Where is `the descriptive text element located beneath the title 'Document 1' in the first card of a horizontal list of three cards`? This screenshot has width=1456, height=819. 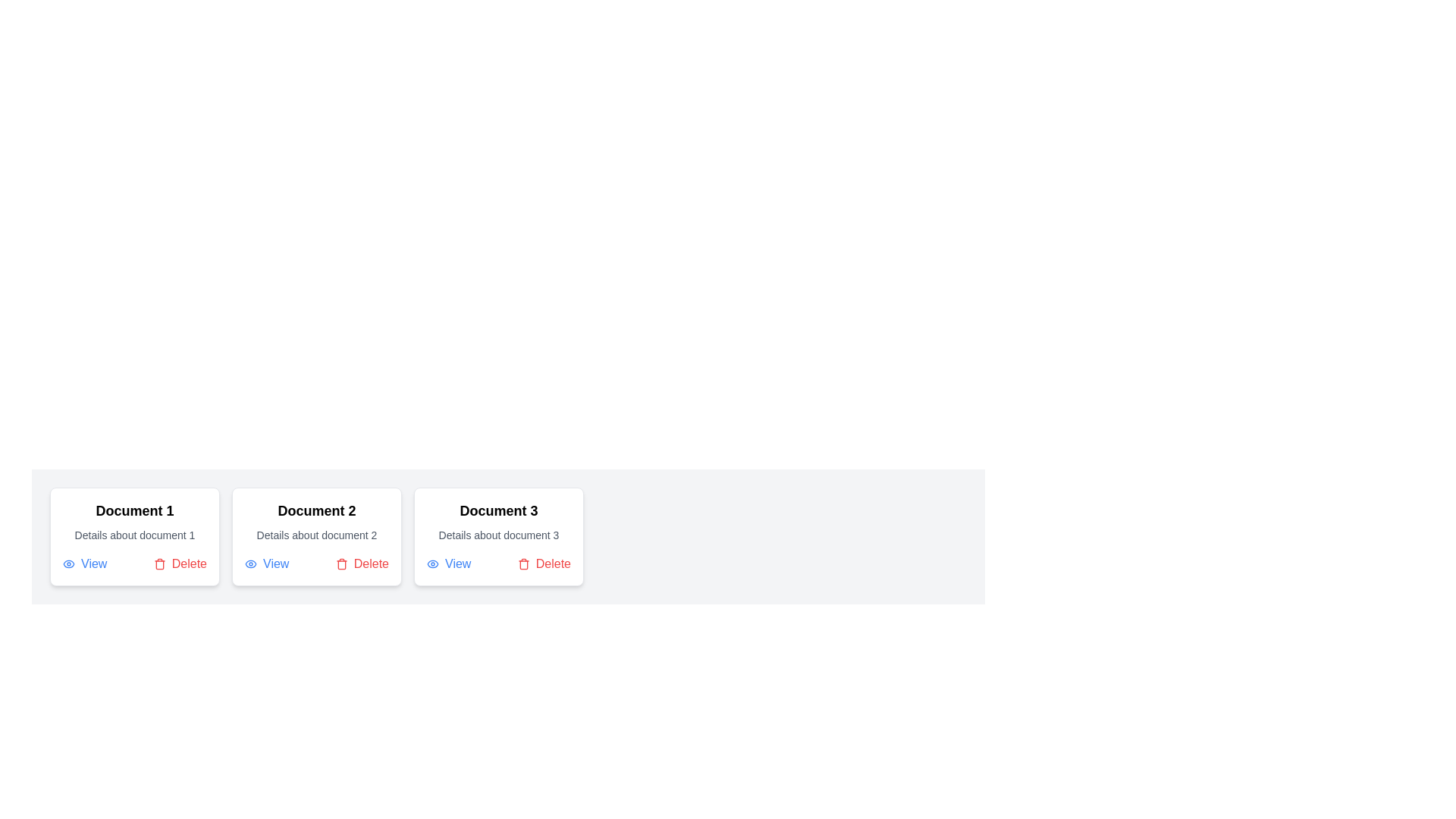 the descriptive text element located beneath the title 'Document 1' in the first card of a horizontal list of three cards is located at coordinates (134, 534).